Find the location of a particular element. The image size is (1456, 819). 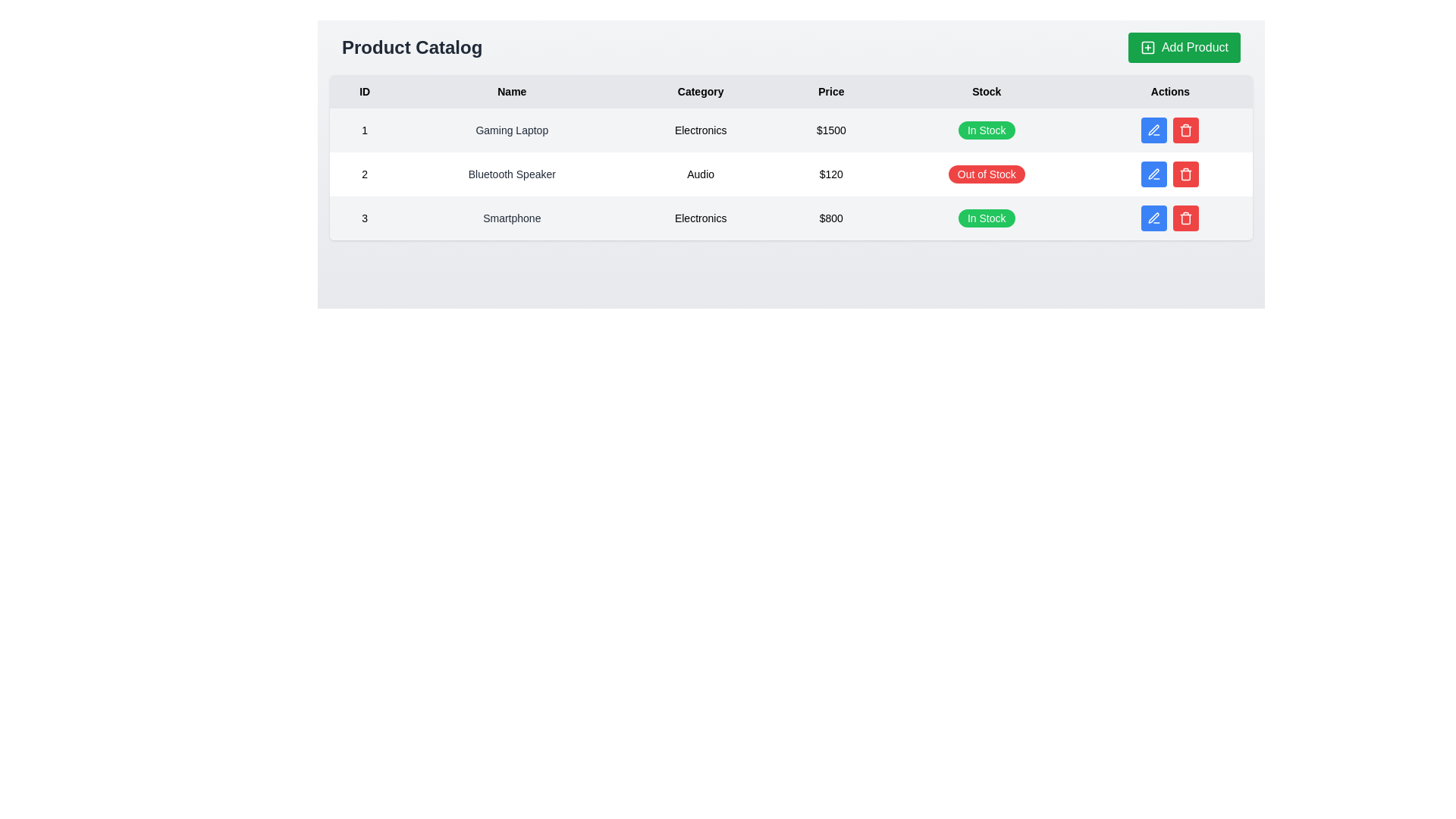

the 'Electronics' text element located in the third column of the first row of the product information table, which is styled with a light-gray background and centered text is located at coordinates (700, 130).